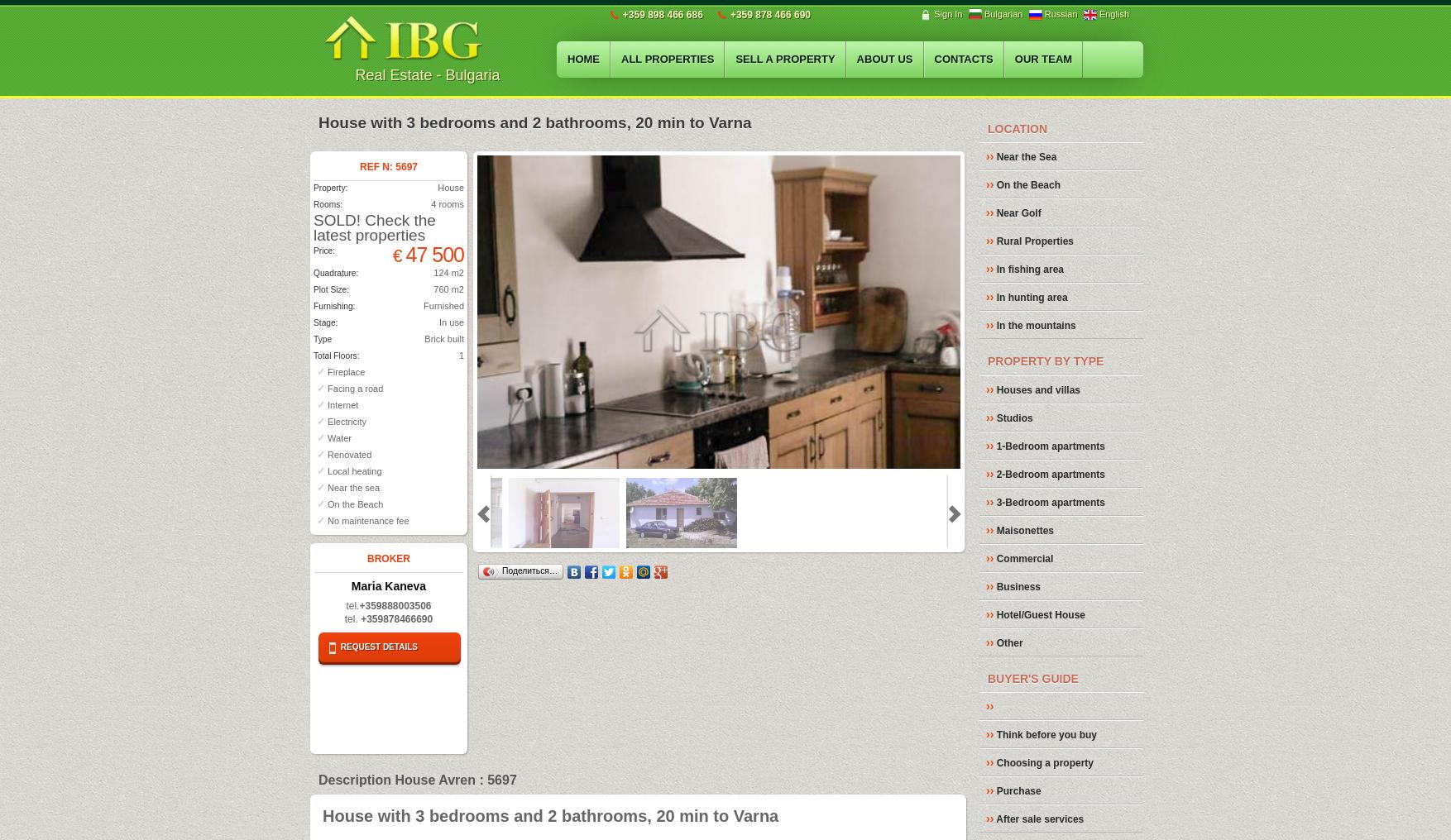  Describe the element at coordinates (373, 226) in the screenshot. I see `'SOLD! Check the latest properties'` at that location.